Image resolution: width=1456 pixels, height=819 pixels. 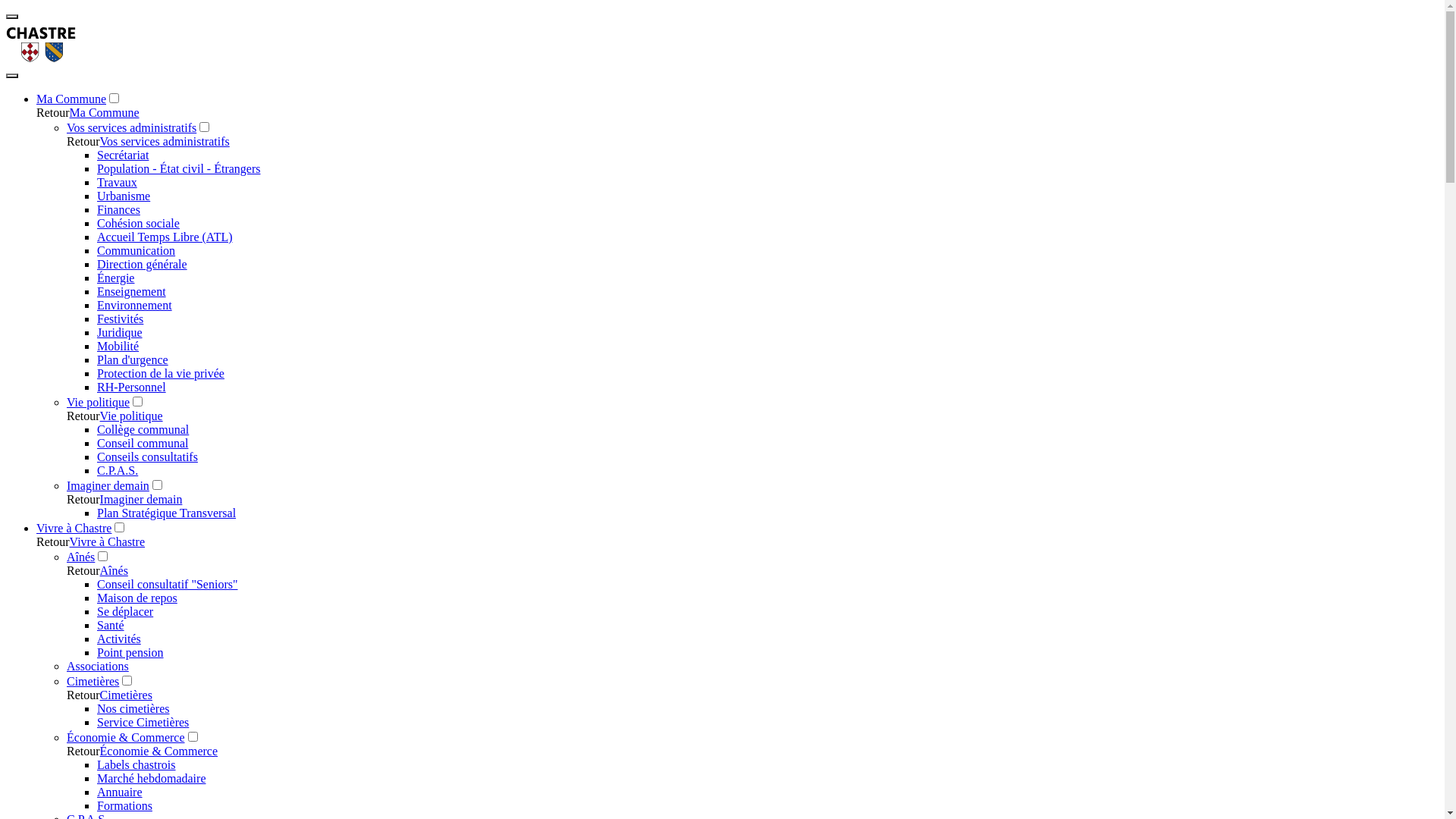 What do you see at coordinates (137, 597) in the screenshot?
I see `'Maison de repos'` at bounding box center [137, 597].